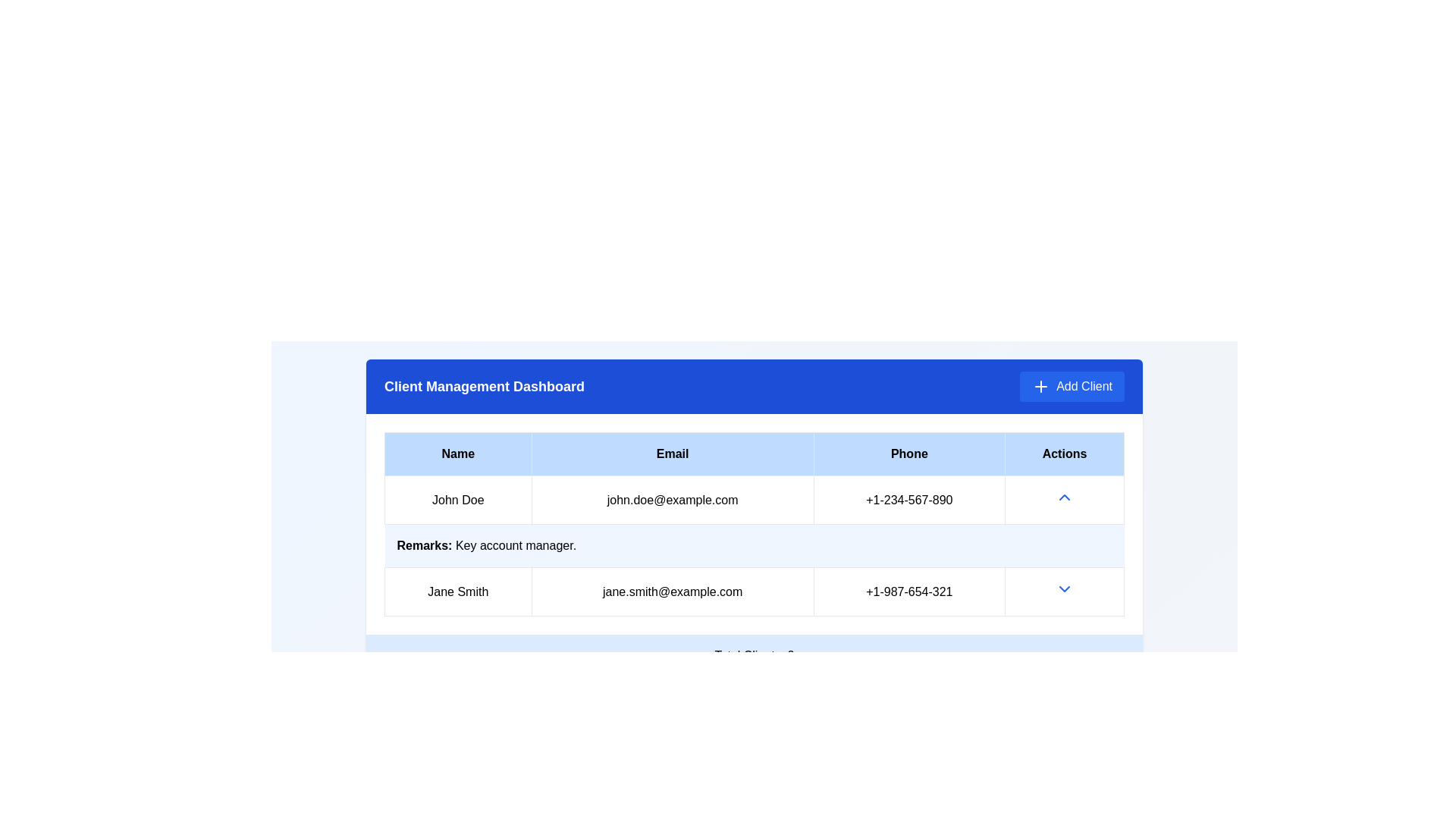 The height and width of the screenshot is (819, 1456). What do you see at coordinates (457, 500) in the screenshot?
I see `the Text Label representing the name of a client or individual located in the first data row under the 'Name' column, which is directly to the left of 'john.doe@example.com'` at bounding box center [457, 500].